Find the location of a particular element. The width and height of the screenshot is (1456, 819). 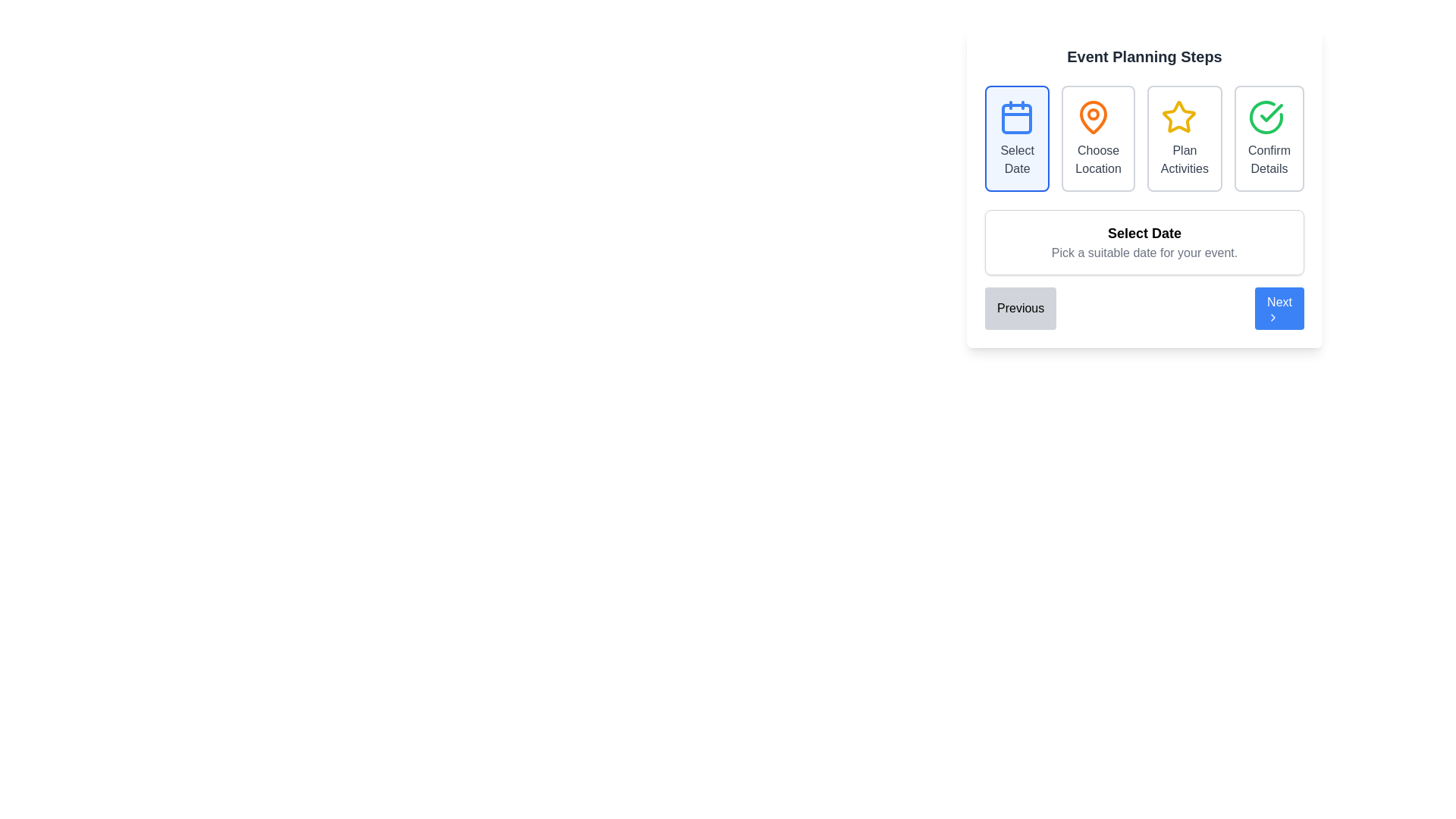

the 'Select Date' icon, which is the first icon in the event planning workflow step indicators, located at the top-left of the modal box is located at coordinates (1016, 116).